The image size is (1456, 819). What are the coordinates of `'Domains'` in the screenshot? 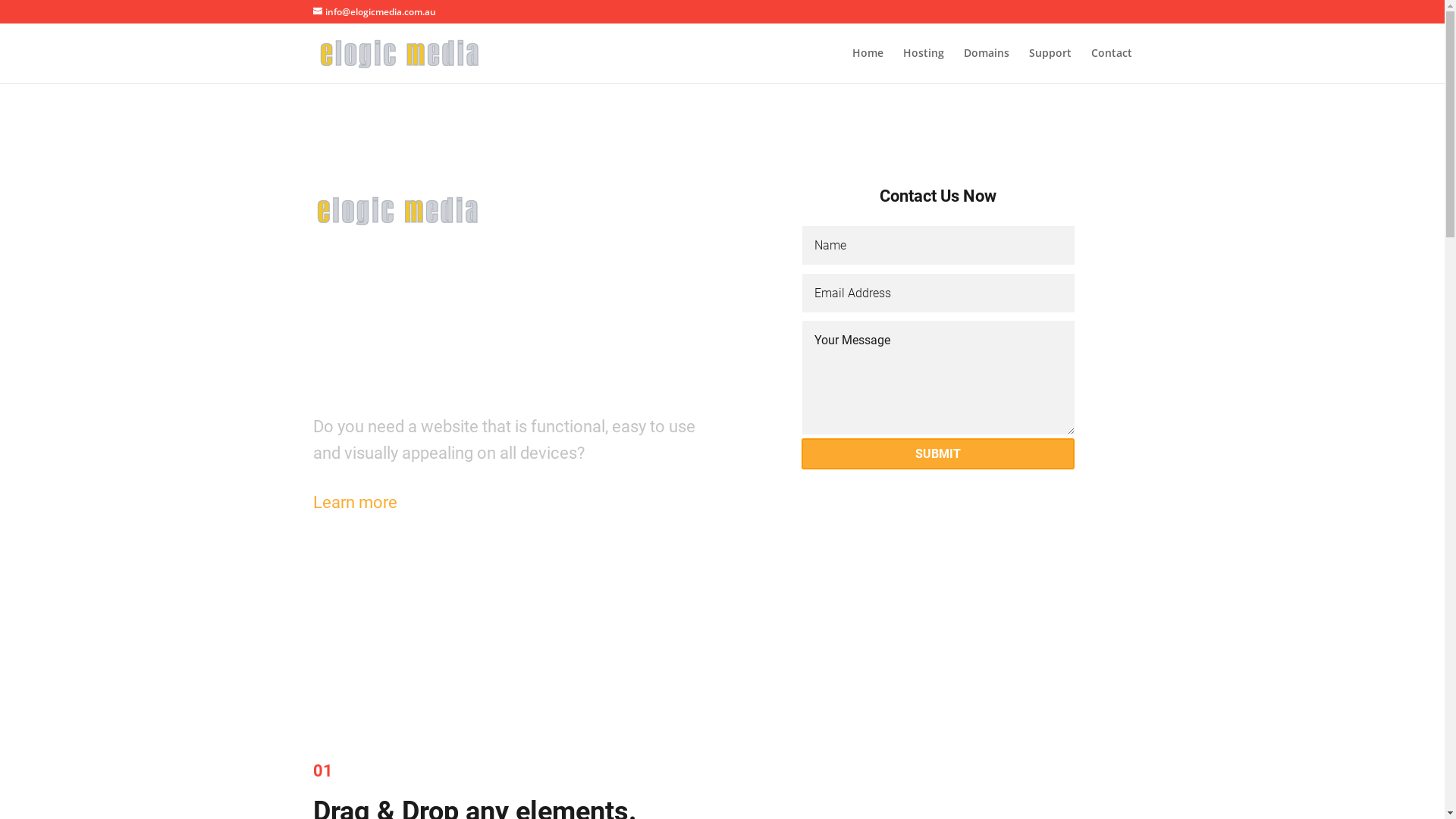 It's located at (986, 64).